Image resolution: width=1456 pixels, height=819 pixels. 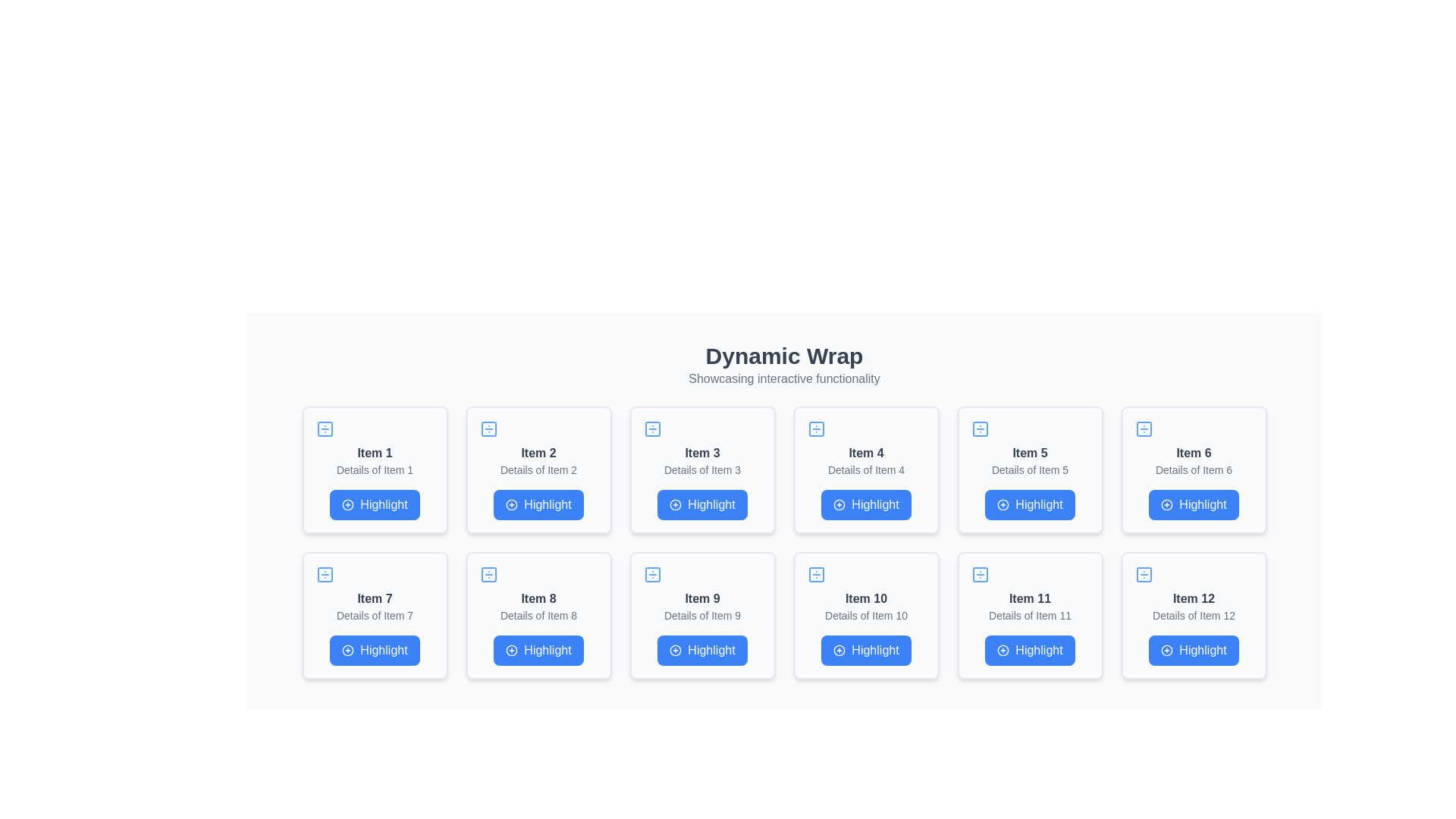 I want to click on the visual indicator or decorative component located at the top-left area of the 'Item 5' card, just below the main title and above the 'Highlight' button, so click(x=980, y=429).